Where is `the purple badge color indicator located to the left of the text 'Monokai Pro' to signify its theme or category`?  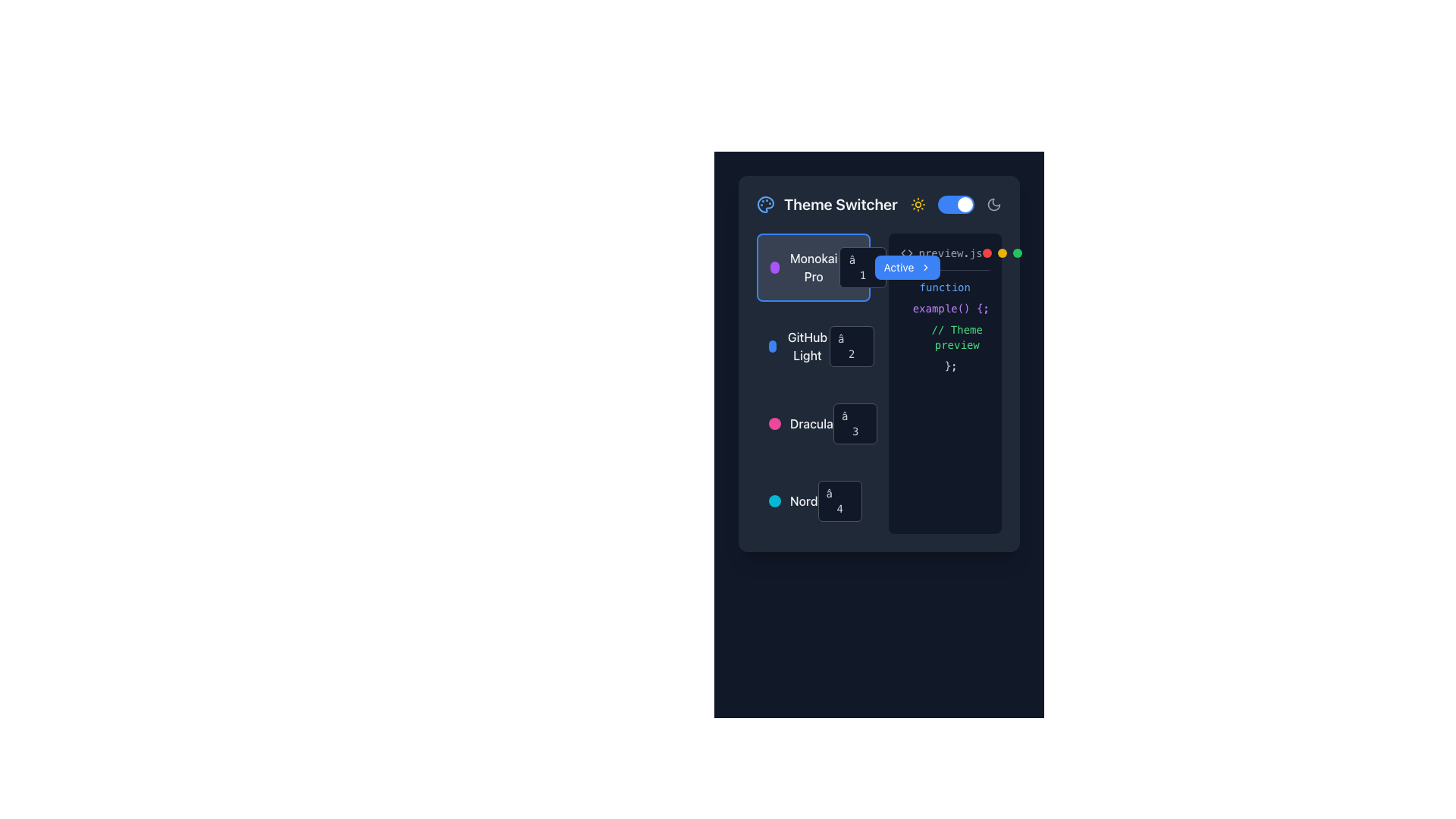
the purple badge color indicator located to the left of the text 'Monokai Pro' to signify its theme or category is located at coordinates (774, 267).